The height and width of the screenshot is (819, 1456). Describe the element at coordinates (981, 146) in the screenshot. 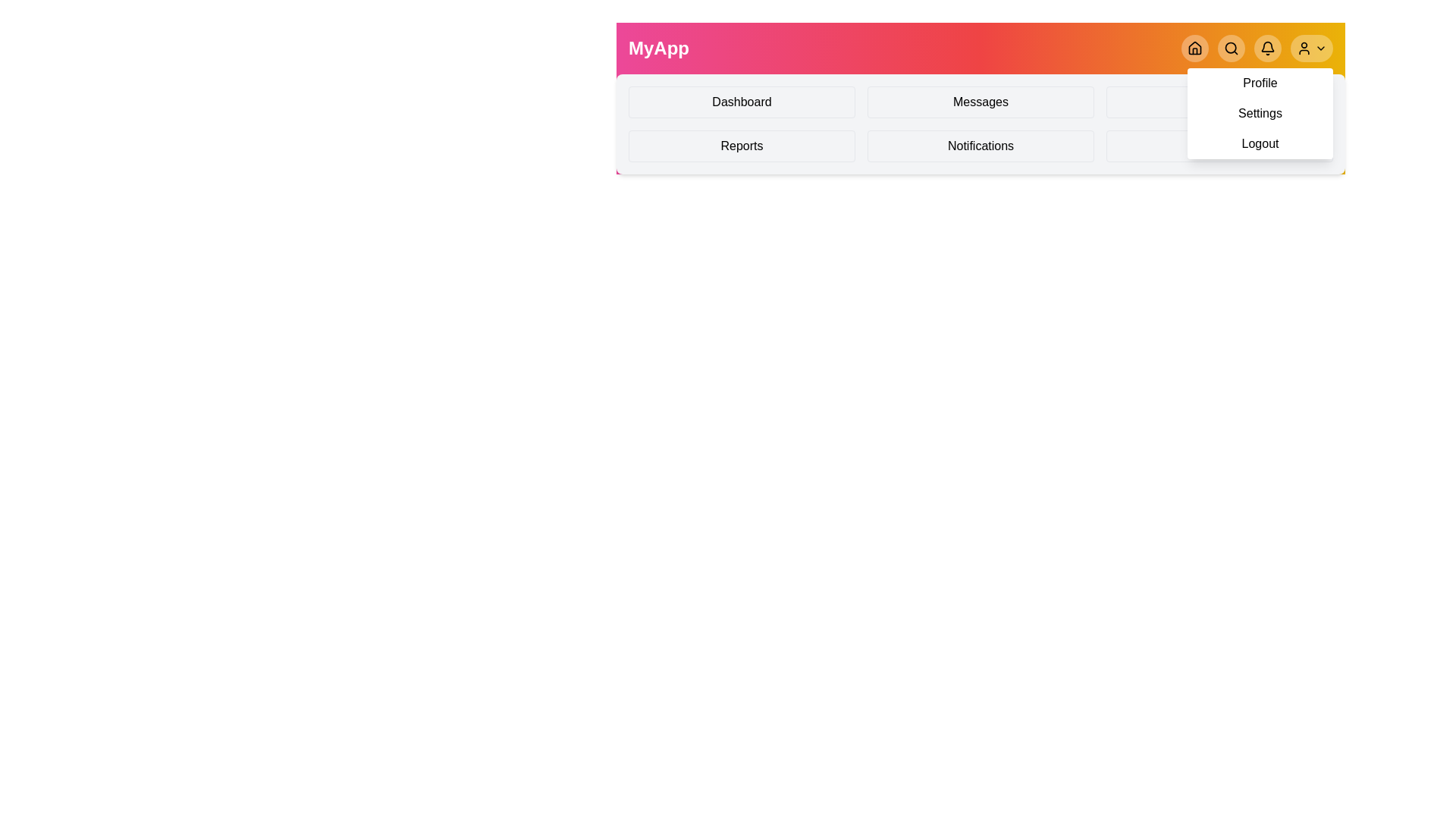

I see `the Notifications menu item` at that location.